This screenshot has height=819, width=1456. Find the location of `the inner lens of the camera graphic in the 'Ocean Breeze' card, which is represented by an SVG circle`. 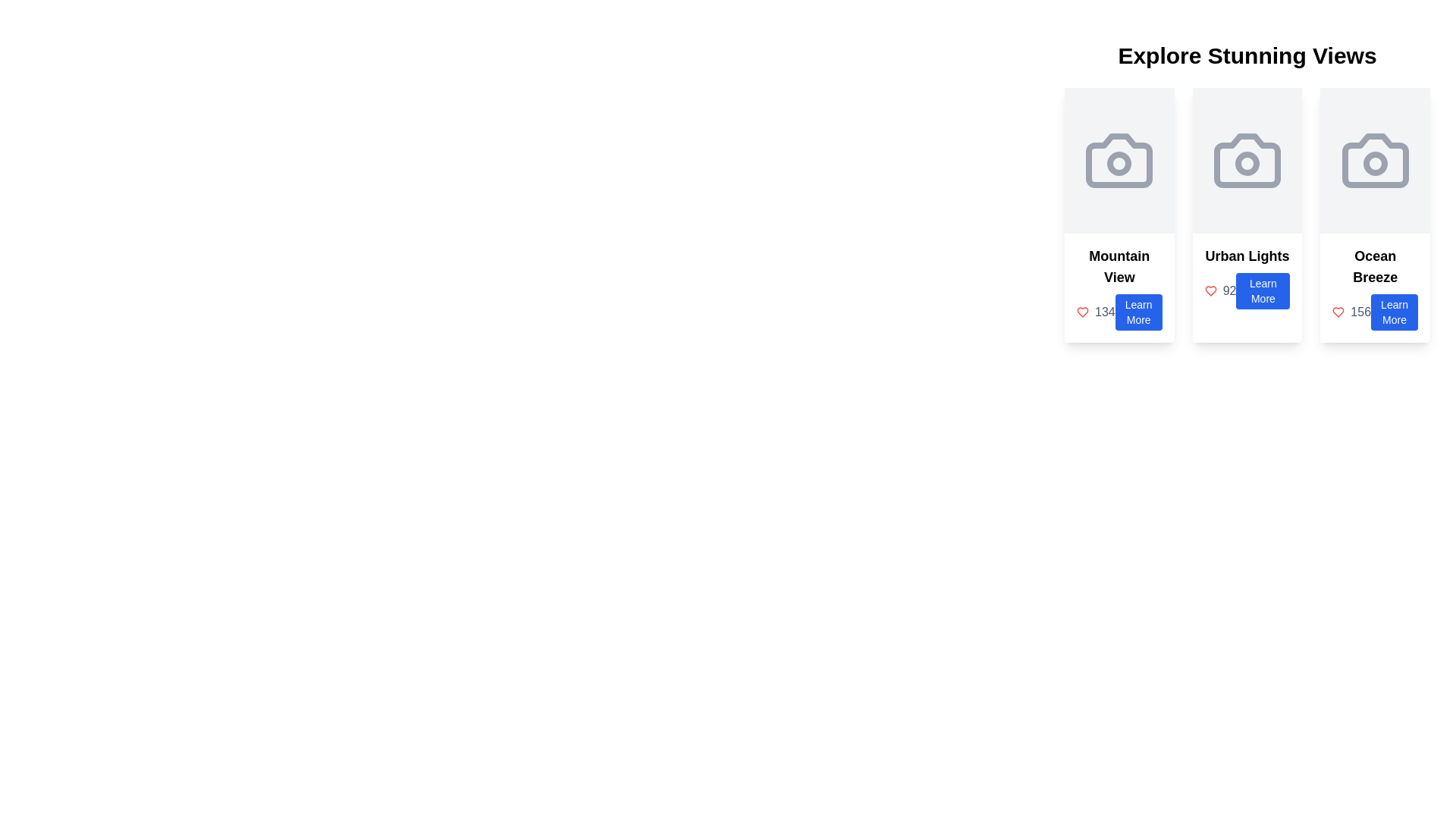

the inner lens of the camera graphic in the 'Ocean Breeze' card, which is represented by an SVG circle is located at coordinates (1375, 164).